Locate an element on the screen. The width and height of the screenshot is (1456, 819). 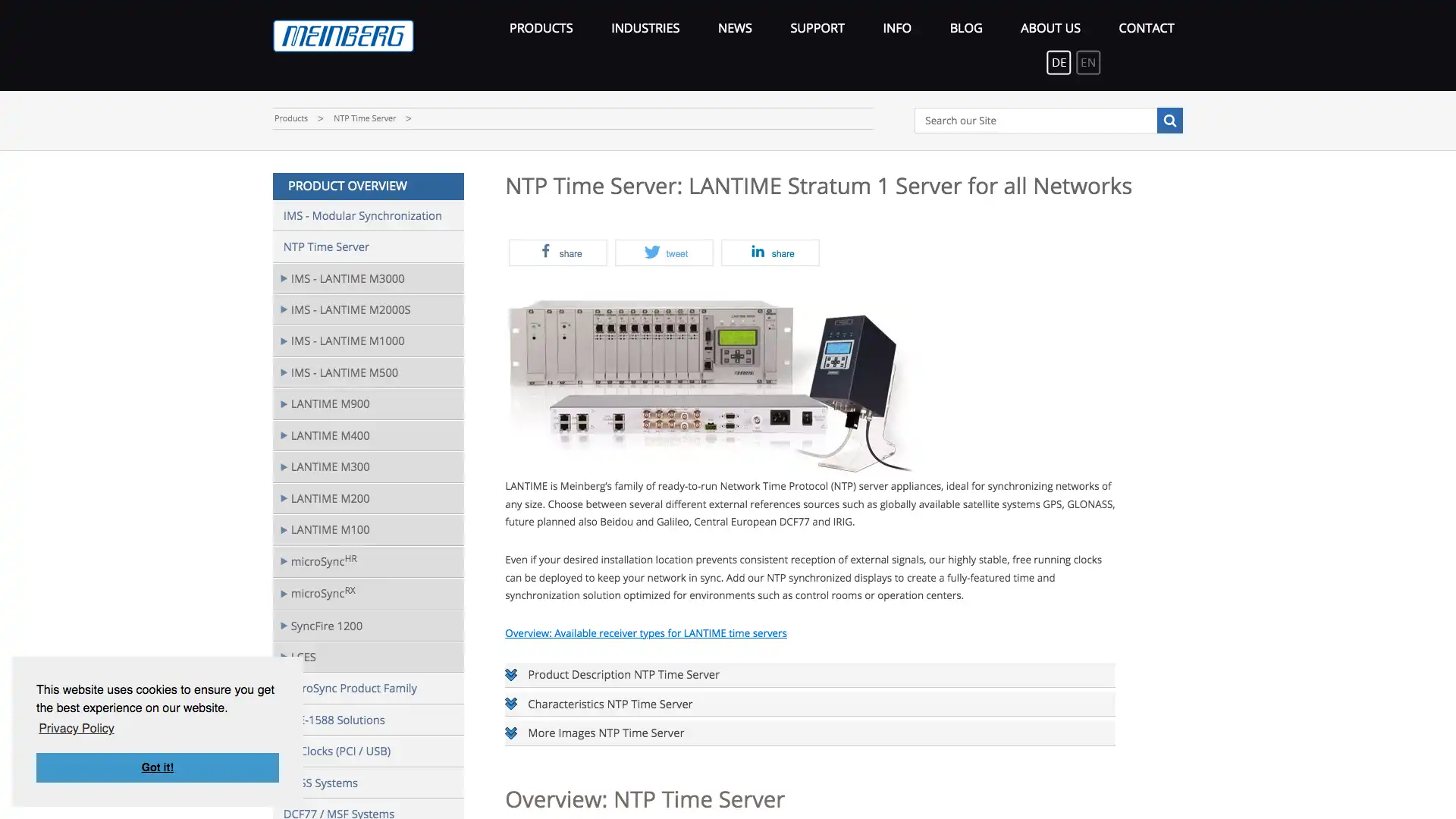
Share on LinkedIn is located at coordinates (770, 252).